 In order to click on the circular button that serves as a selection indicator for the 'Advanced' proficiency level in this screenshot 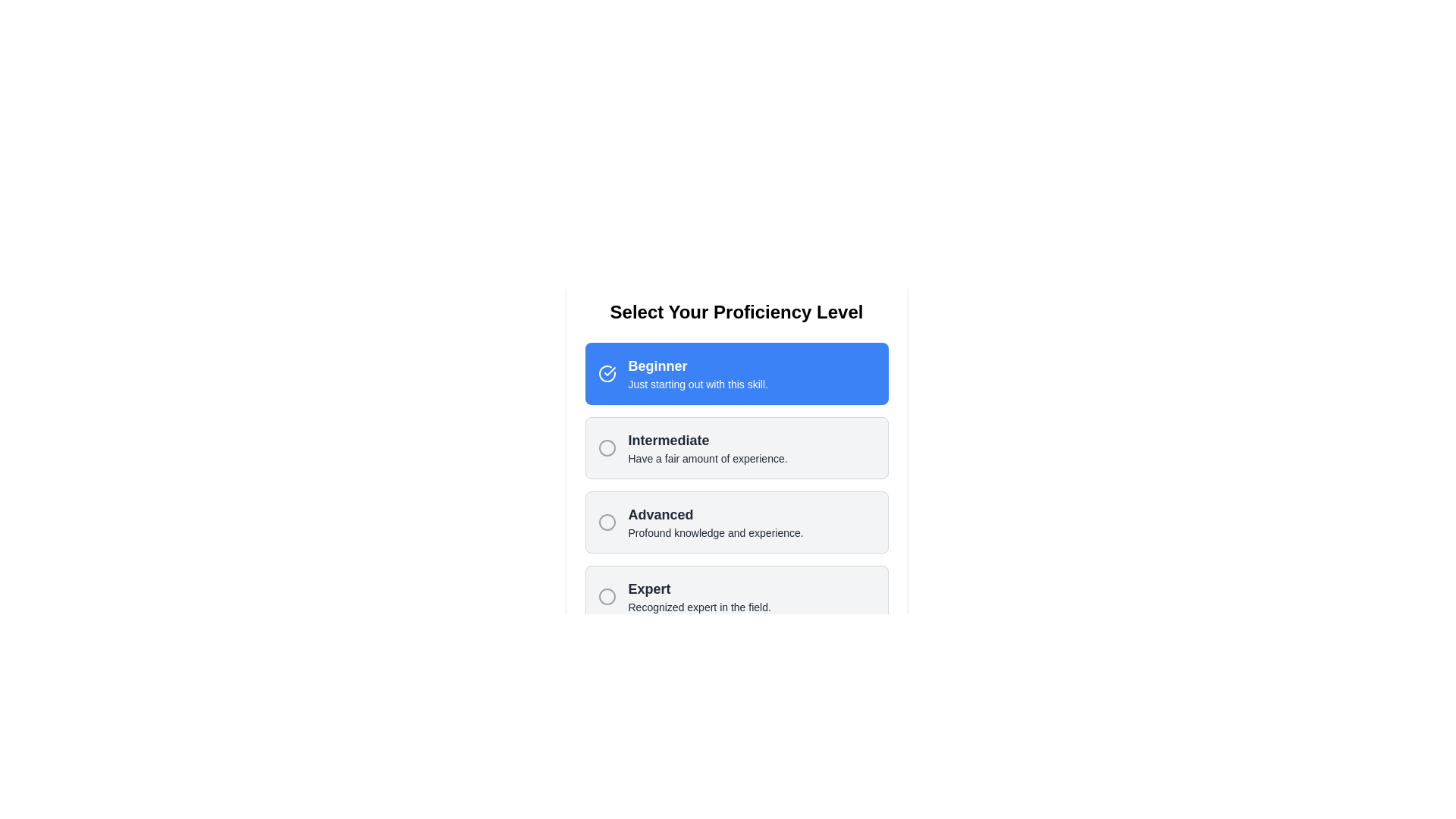, I will do `click(607, 522)`.